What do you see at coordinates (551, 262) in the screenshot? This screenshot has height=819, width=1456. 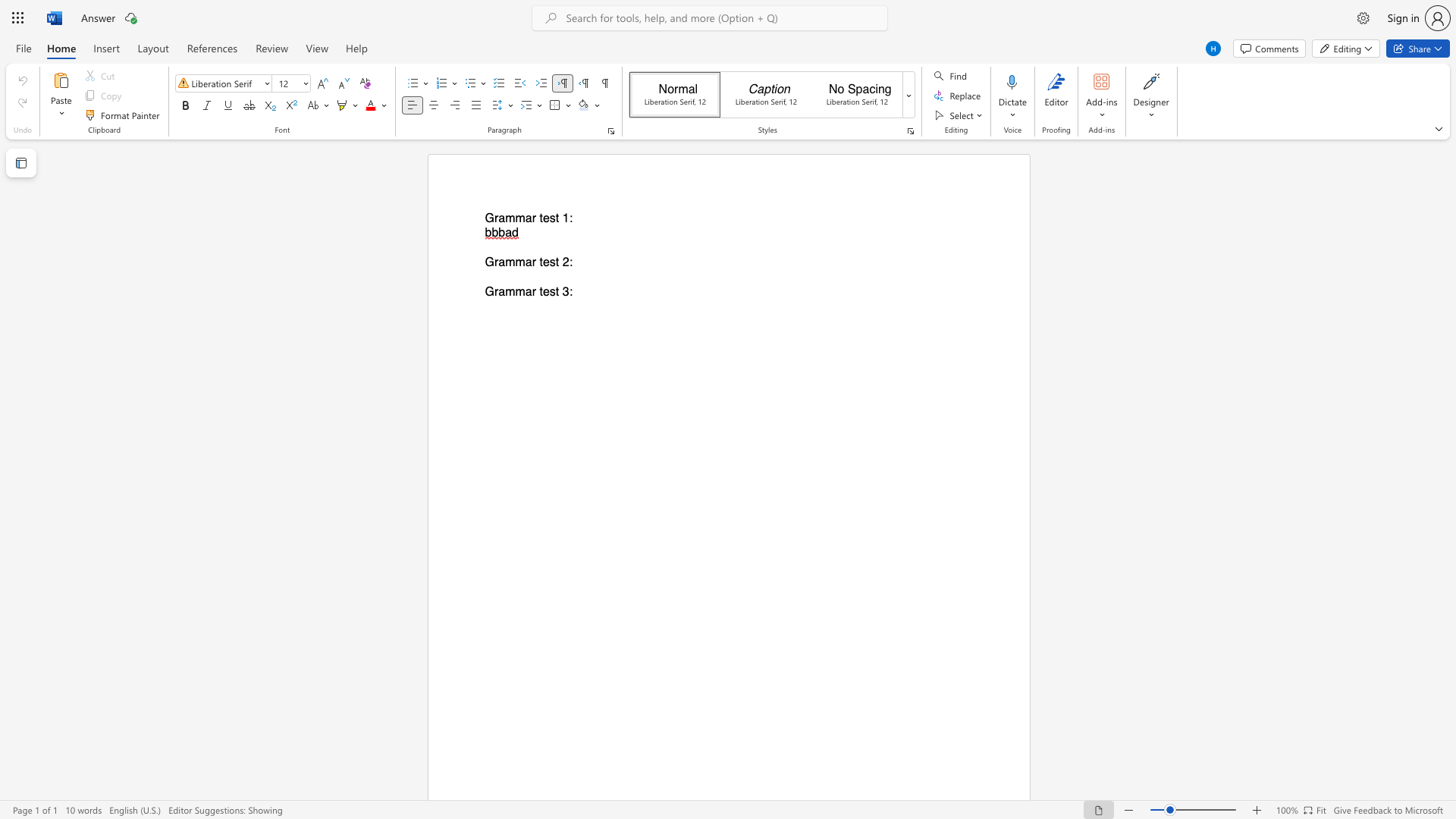 I see `the 1th character "s" in the text` at bounding box center [551, 262].